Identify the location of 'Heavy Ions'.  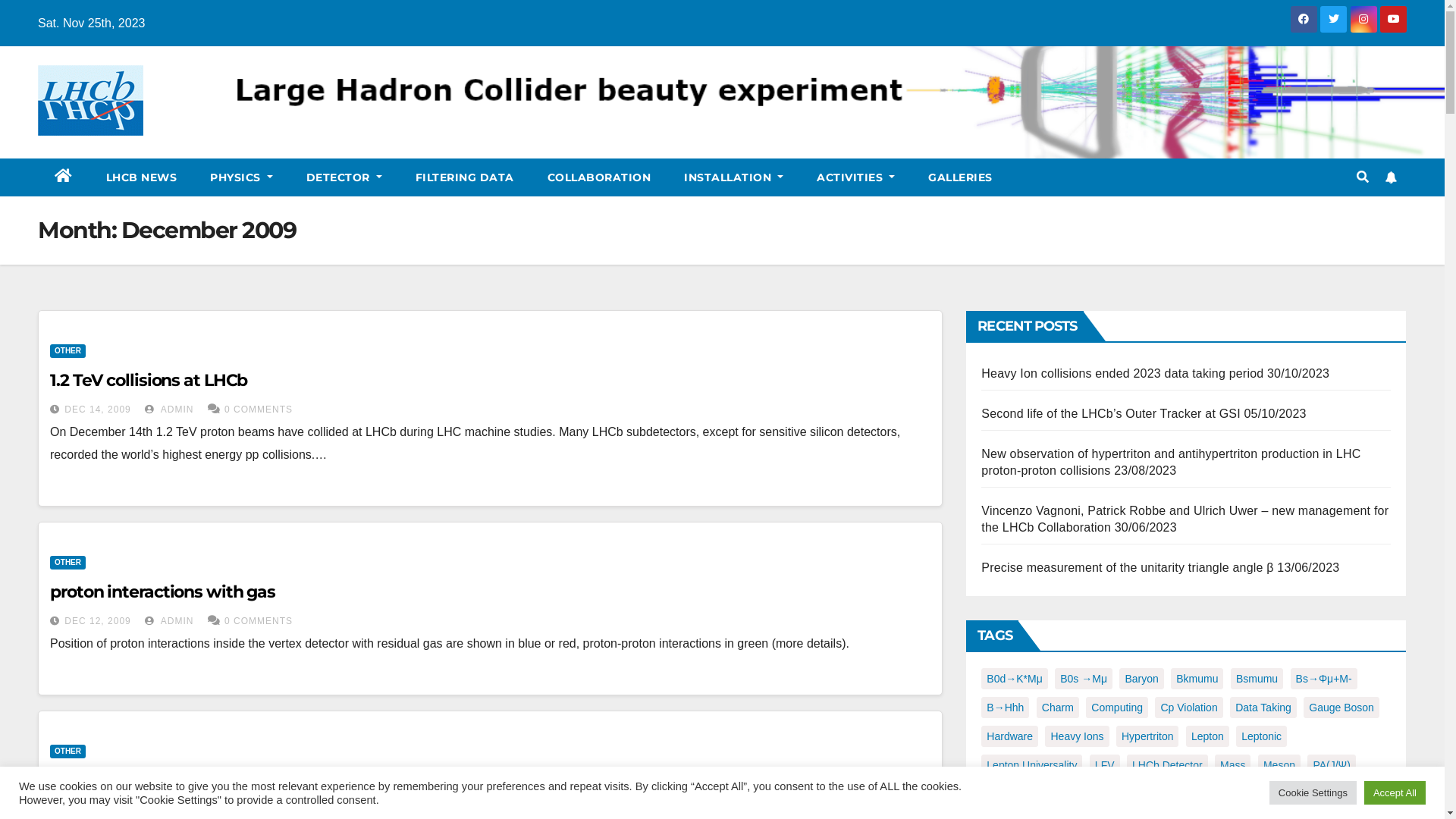
(1076, 736).